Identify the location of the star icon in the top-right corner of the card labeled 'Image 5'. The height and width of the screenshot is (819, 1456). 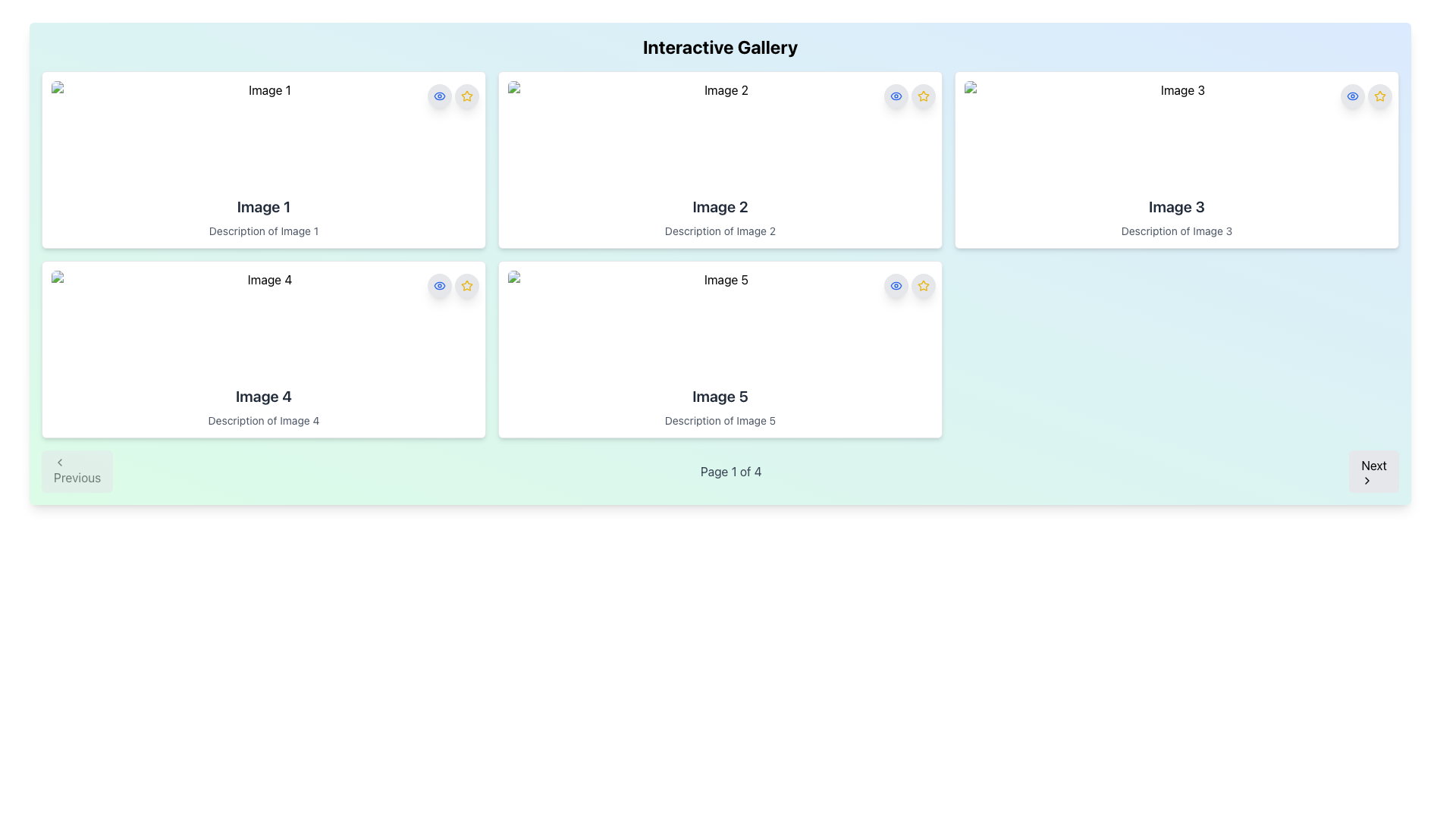
(923, 286).